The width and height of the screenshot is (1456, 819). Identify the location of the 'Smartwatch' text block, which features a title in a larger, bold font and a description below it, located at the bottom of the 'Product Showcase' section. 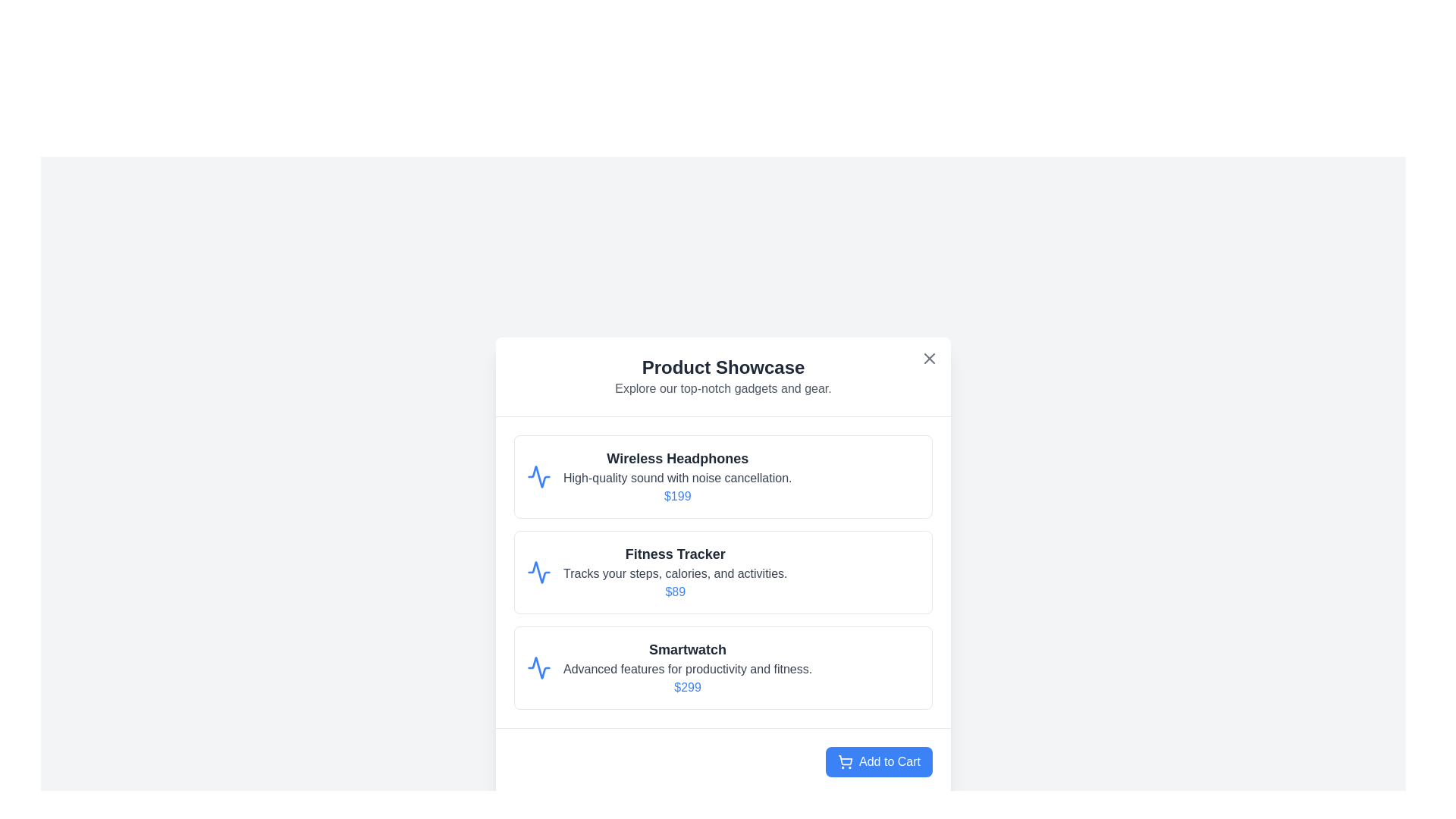
(687, 667).